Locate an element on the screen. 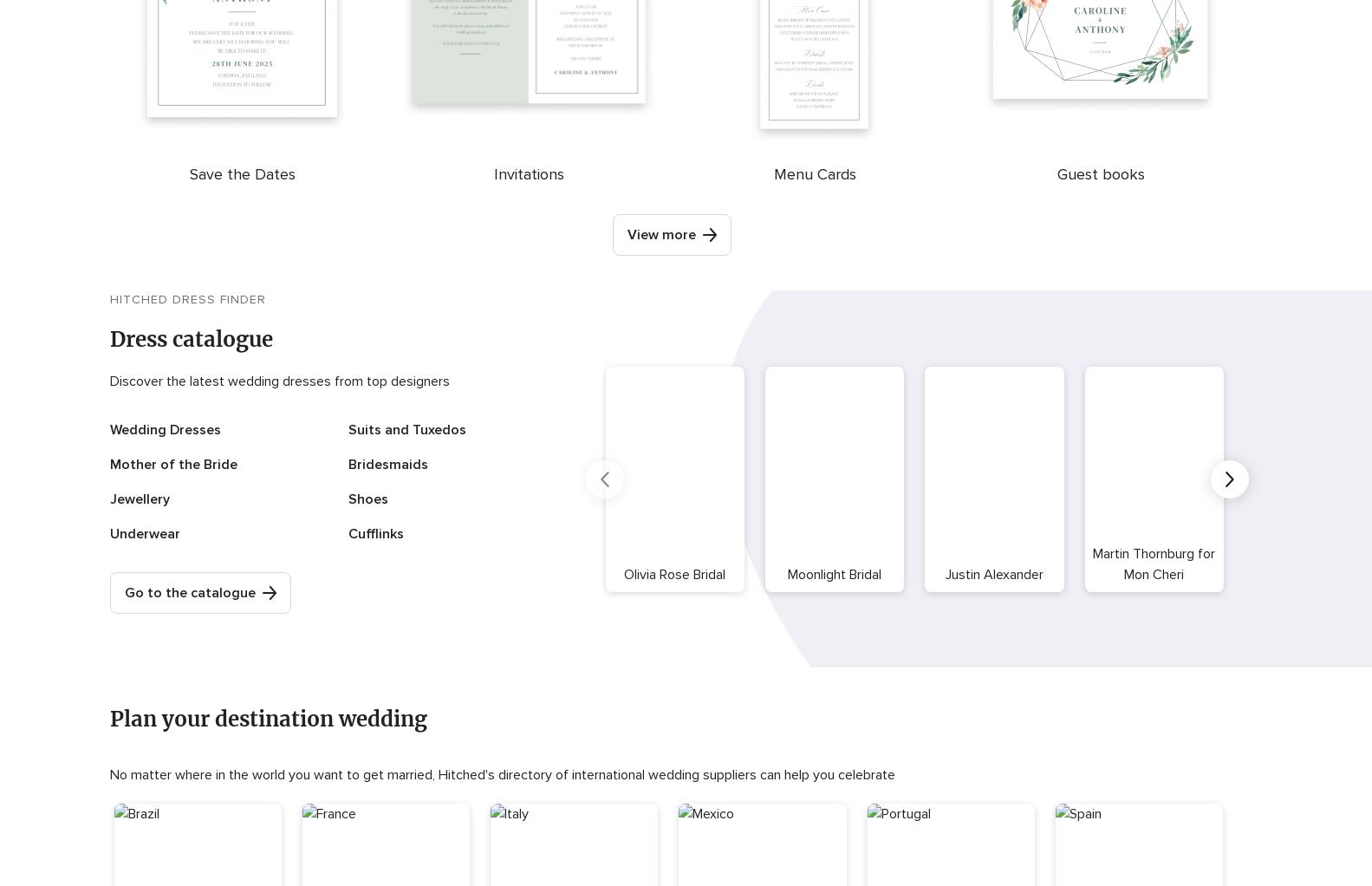 Image resolution: width=1372 pixels, height=886 pixels. 'Justin Alexander' is located at coordinates (994, 572).